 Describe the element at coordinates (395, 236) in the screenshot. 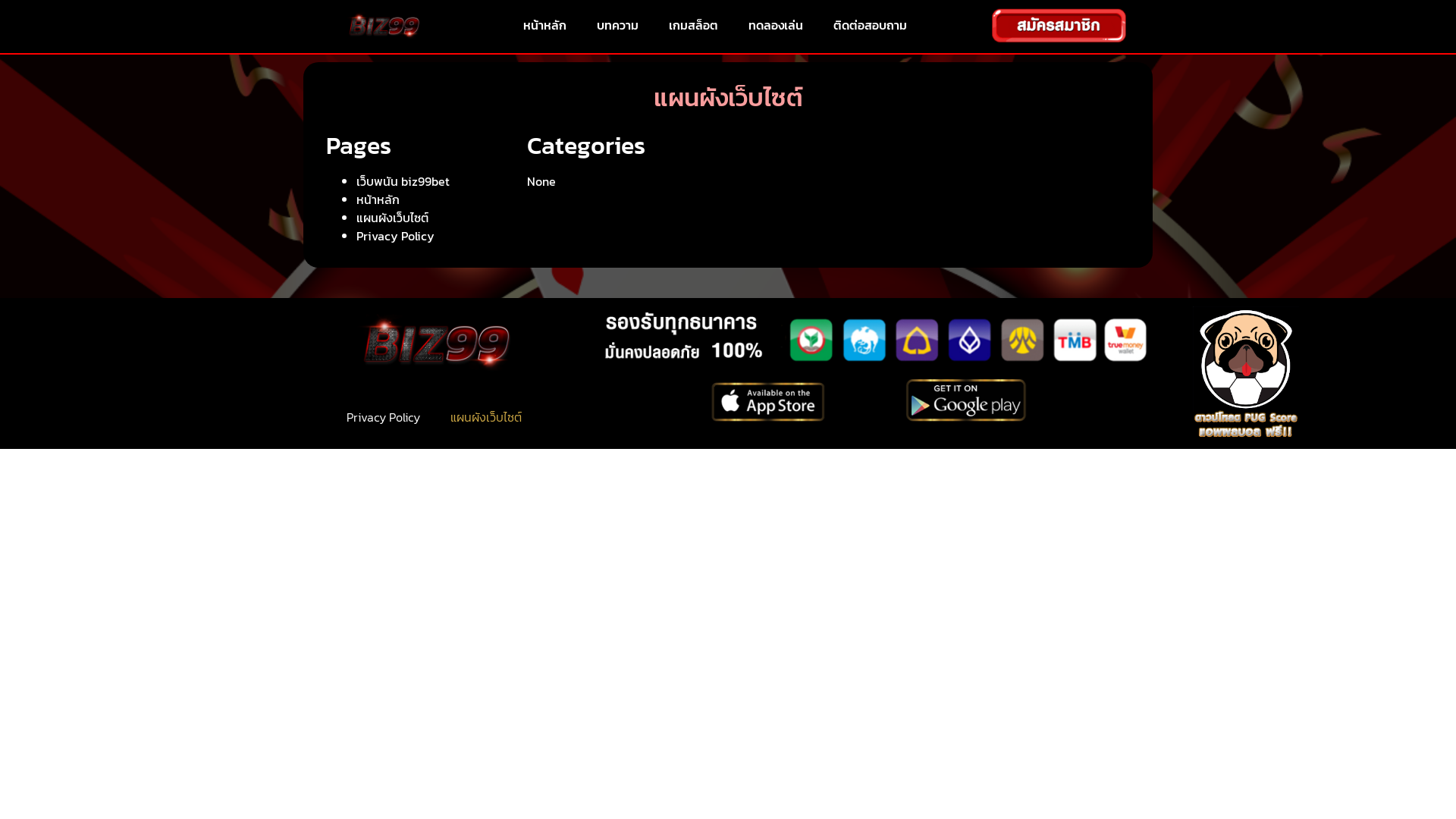

I see `'Privacy Policy'` at that location.